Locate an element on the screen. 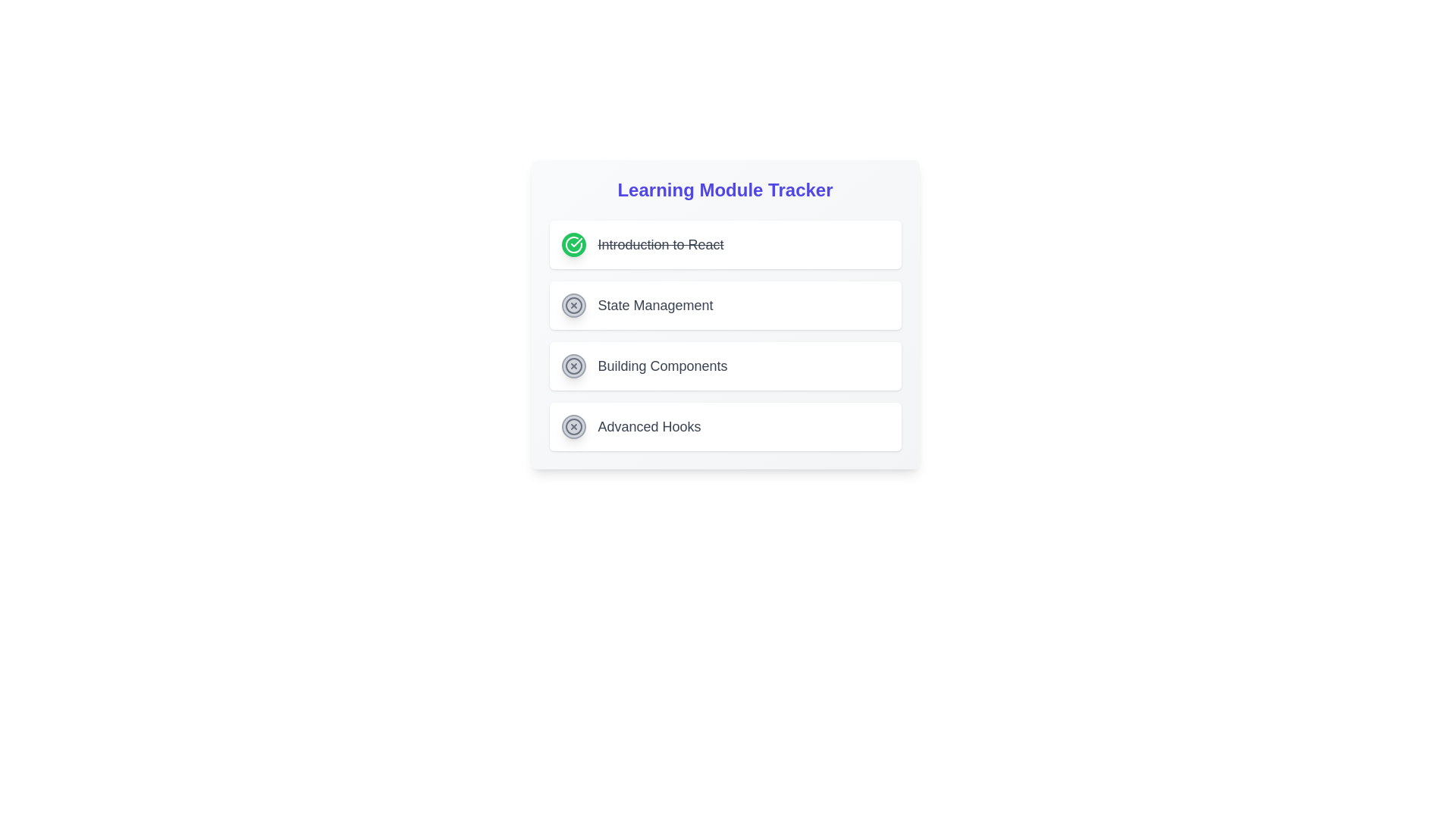  the circular graphic with a 10-unit radius located within the second icon of the third list item titled 'Building Components' in the 'Learning Module Tracker' is located at coordinates (573, 366).